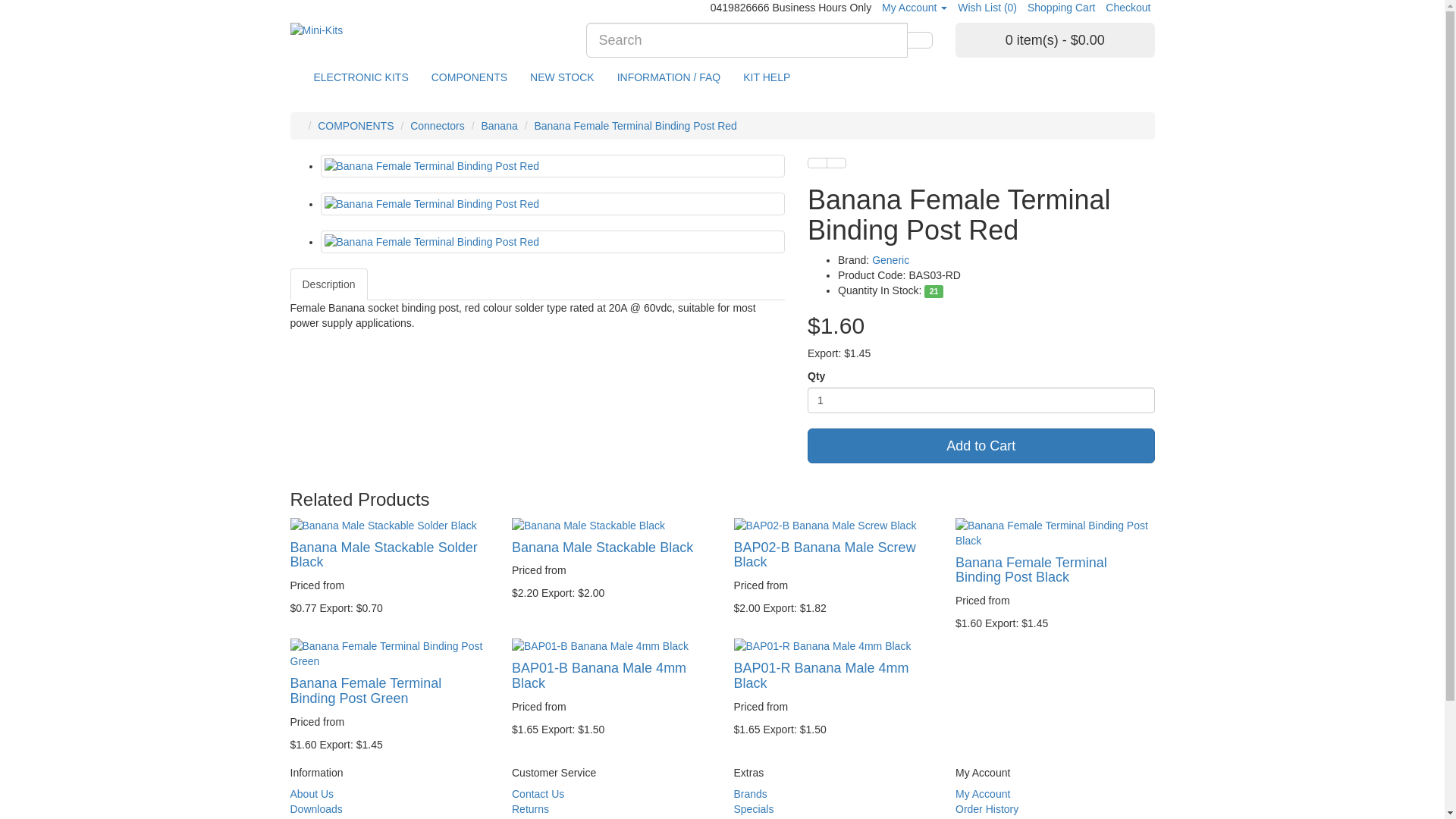  Describe the element at coordinates (316, 124) in the screenshot. I see `'COMPONENTS'` at that location.